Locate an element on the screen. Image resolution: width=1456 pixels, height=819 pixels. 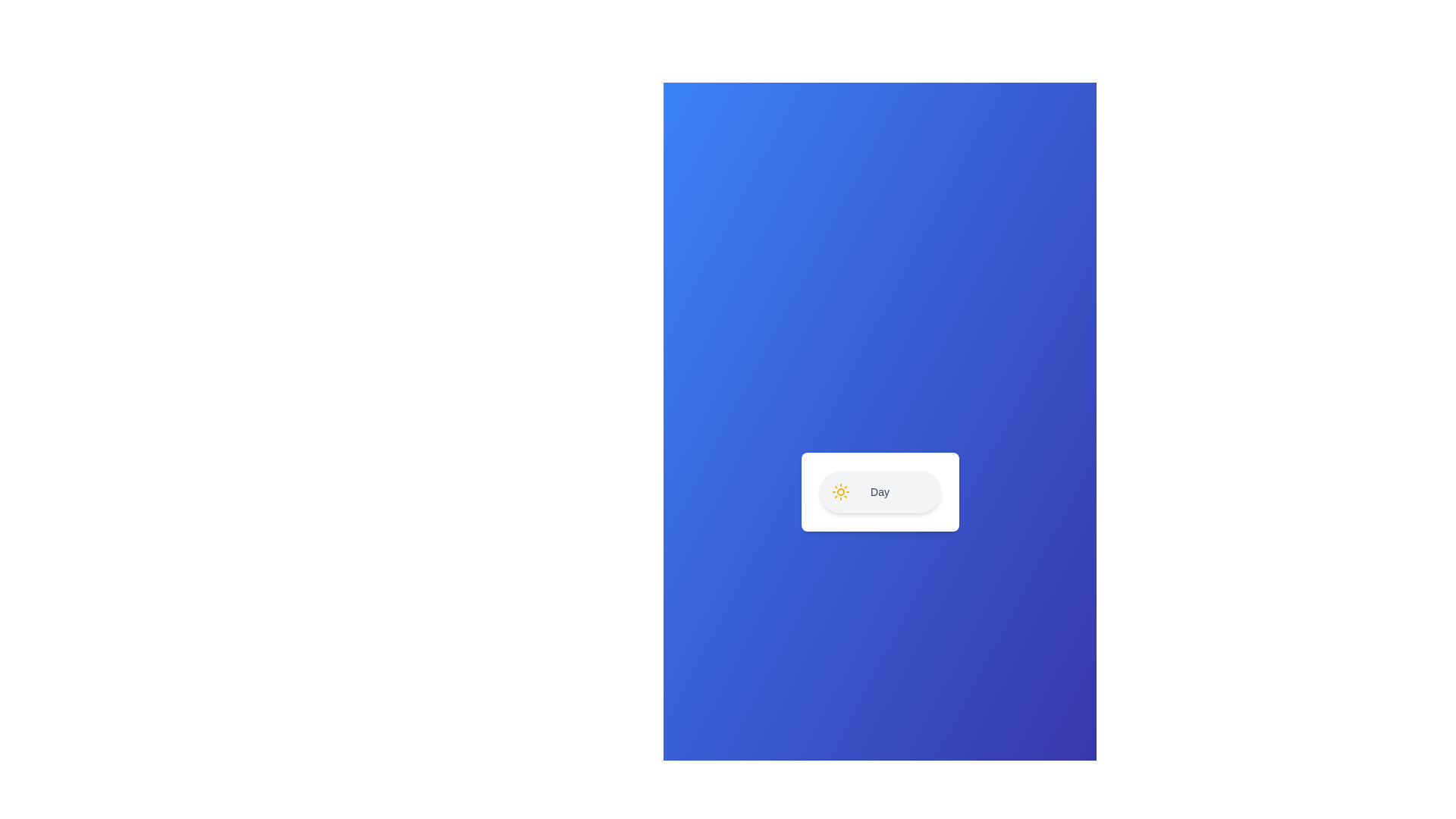
the text label 'Day' to select it is located at coordinates (880, 491).